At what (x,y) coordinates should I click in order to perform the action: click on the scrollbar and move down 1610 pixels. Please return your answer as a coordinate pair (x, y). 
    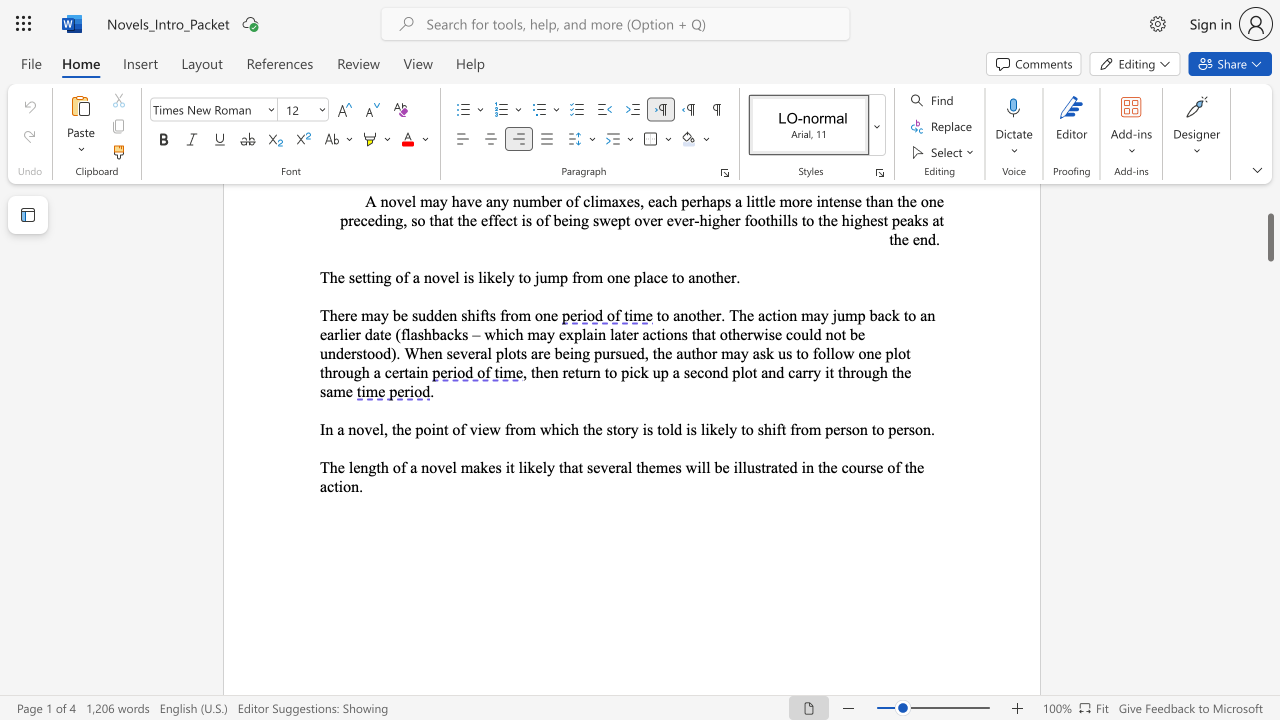
    Looking at the image, I should click on (1269, 237).